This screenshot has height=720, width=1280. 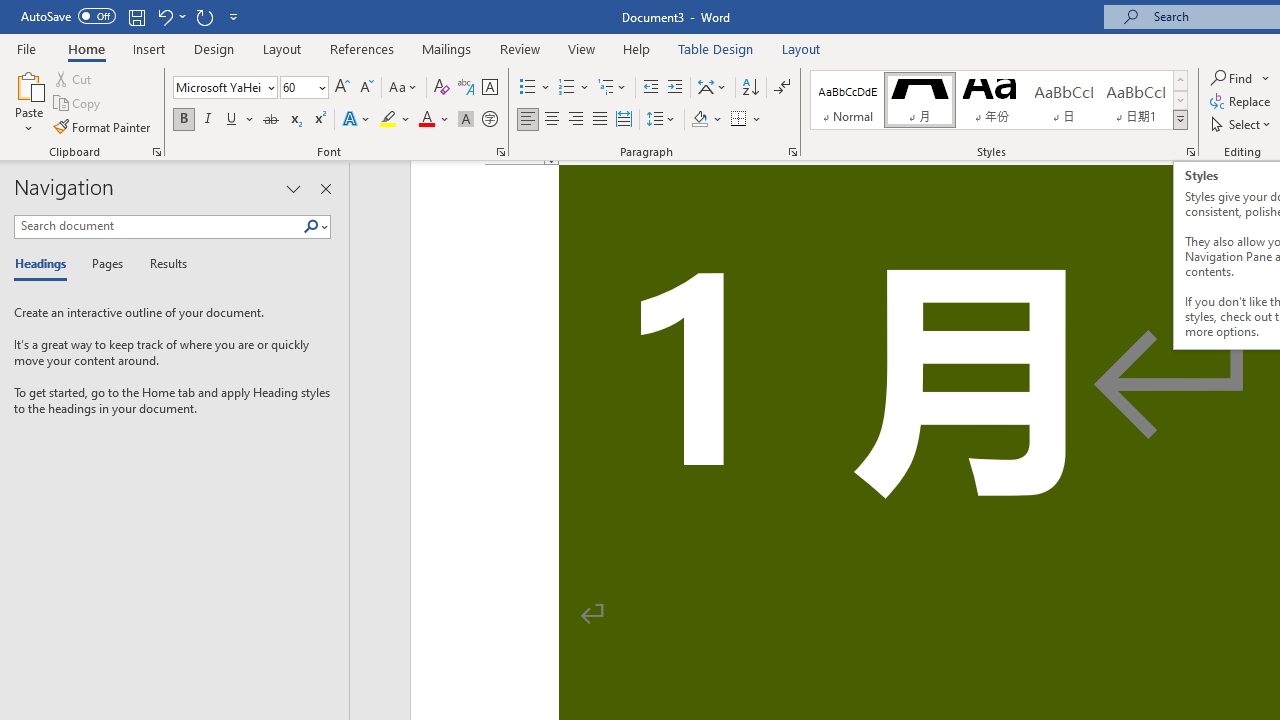 I want to click on 'Align Left', so click(x=528, y=119).